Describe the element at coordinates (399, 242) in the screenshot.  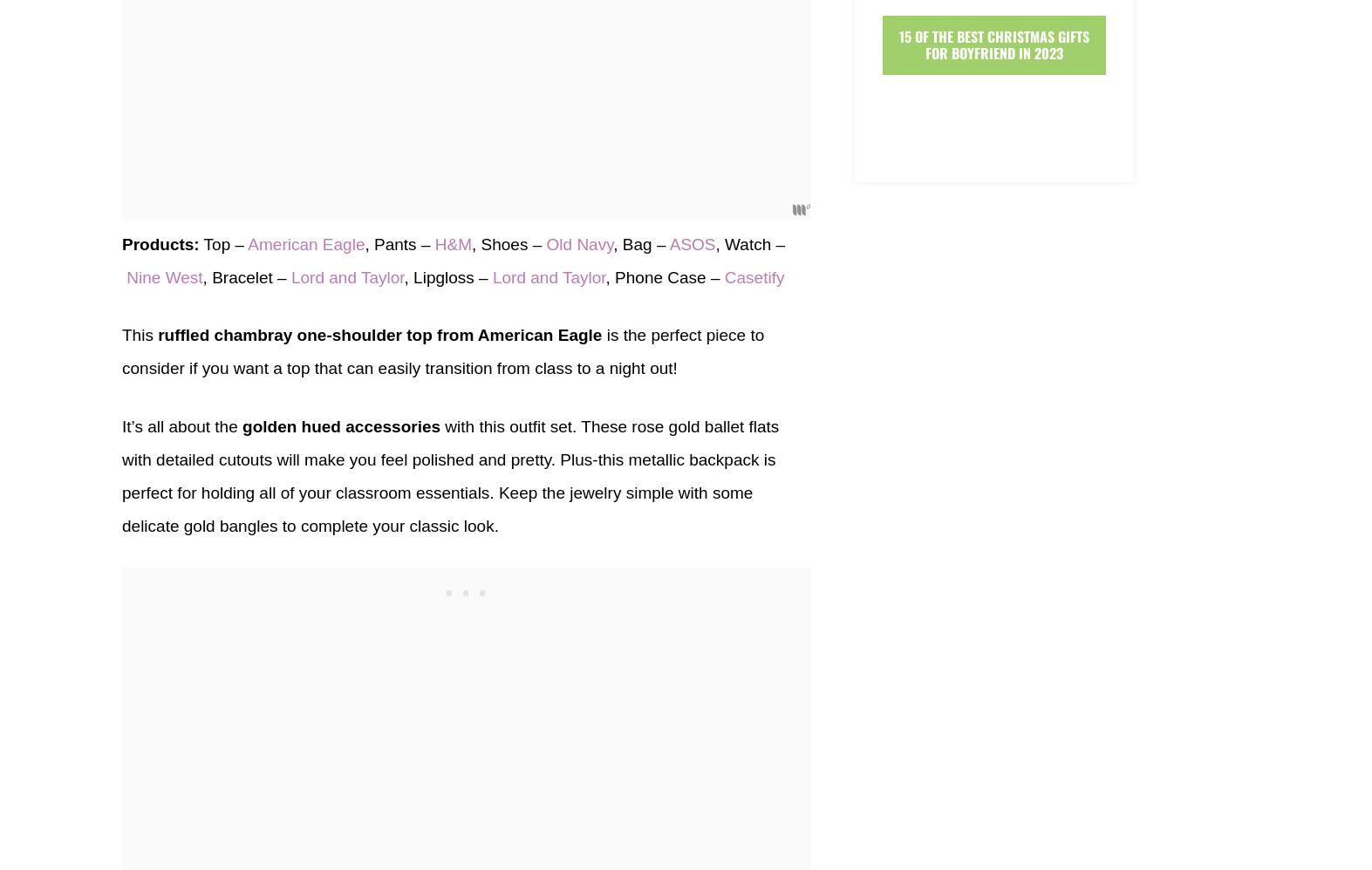
I see `', Pants –'` at that location.